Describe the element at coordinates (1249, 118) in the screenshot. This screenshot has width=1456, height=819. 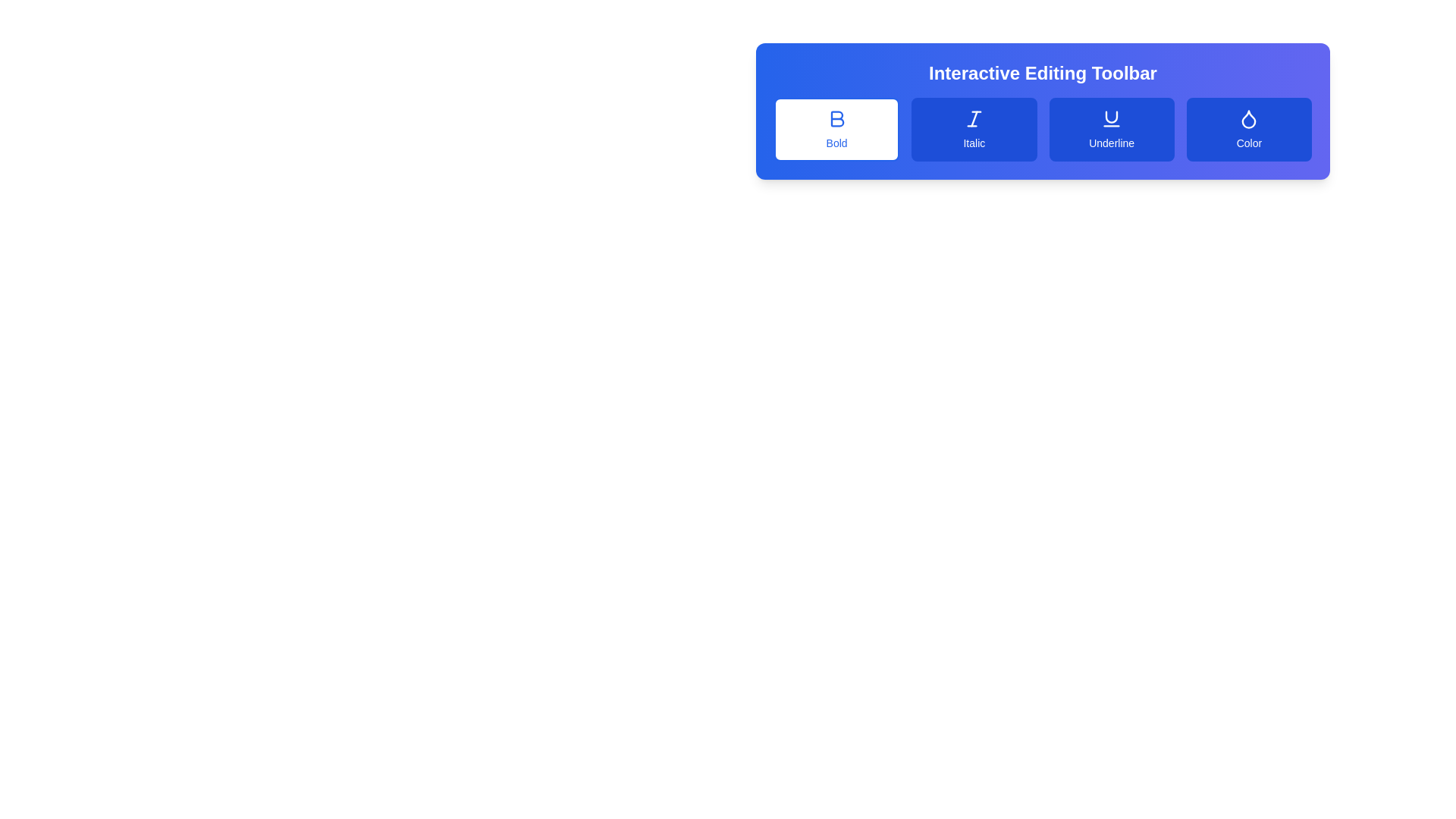
I see `the color selection icon located at the far right of the horizontal toolbar` at that location.